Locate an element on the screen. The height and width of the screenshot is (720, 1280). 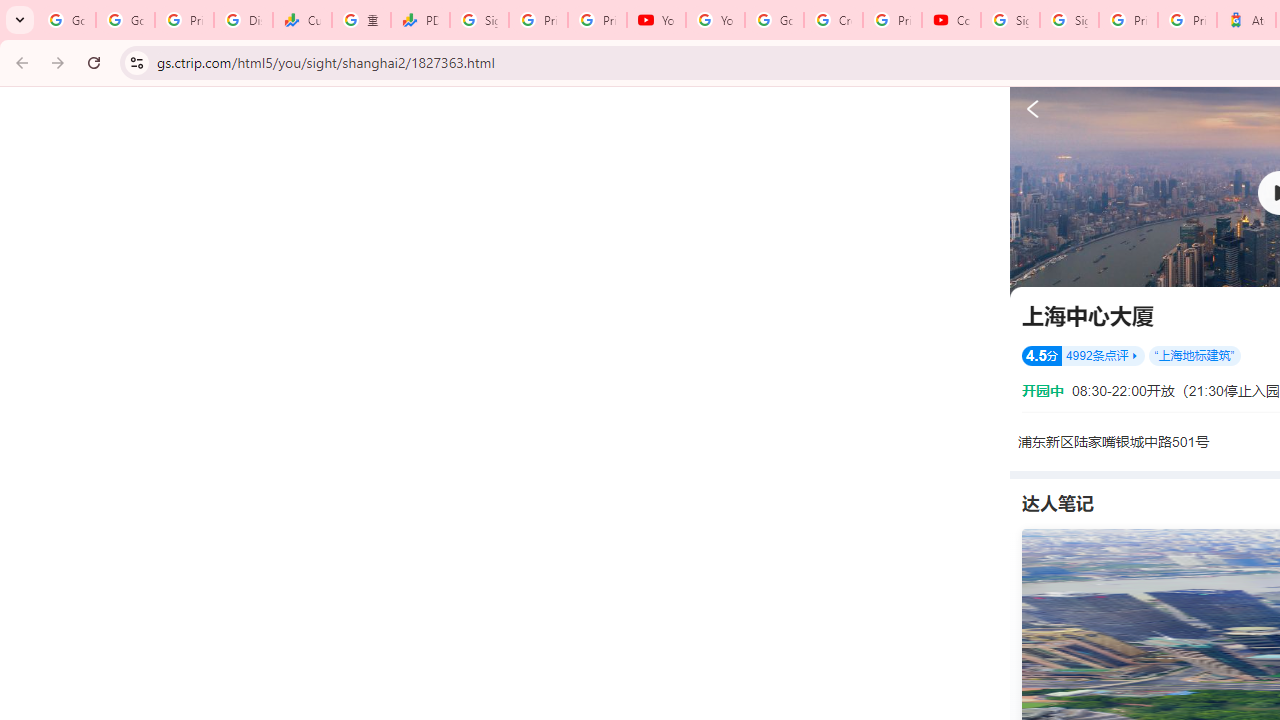
'Create your Google Account' is located at coordinates (833, 20).